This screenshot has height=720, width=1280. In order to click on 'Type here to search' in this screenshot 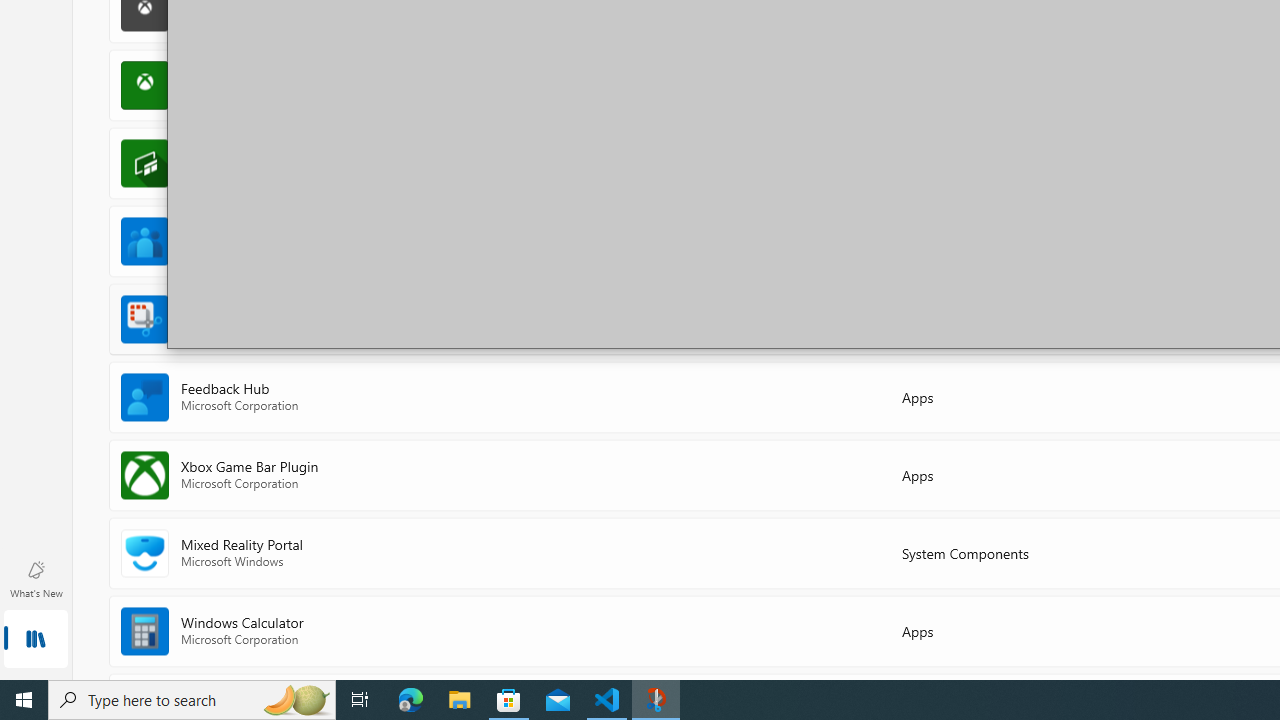, I will do `click(192, 698)`.